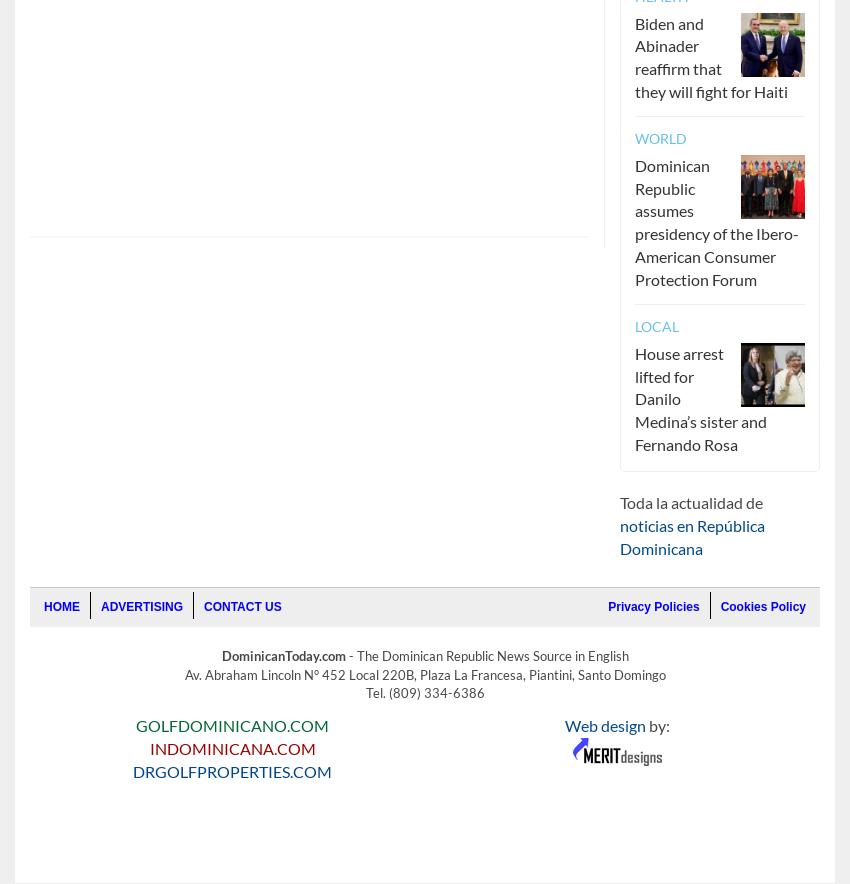  I want to click on 'Privacy Policies', so click(653, 607).